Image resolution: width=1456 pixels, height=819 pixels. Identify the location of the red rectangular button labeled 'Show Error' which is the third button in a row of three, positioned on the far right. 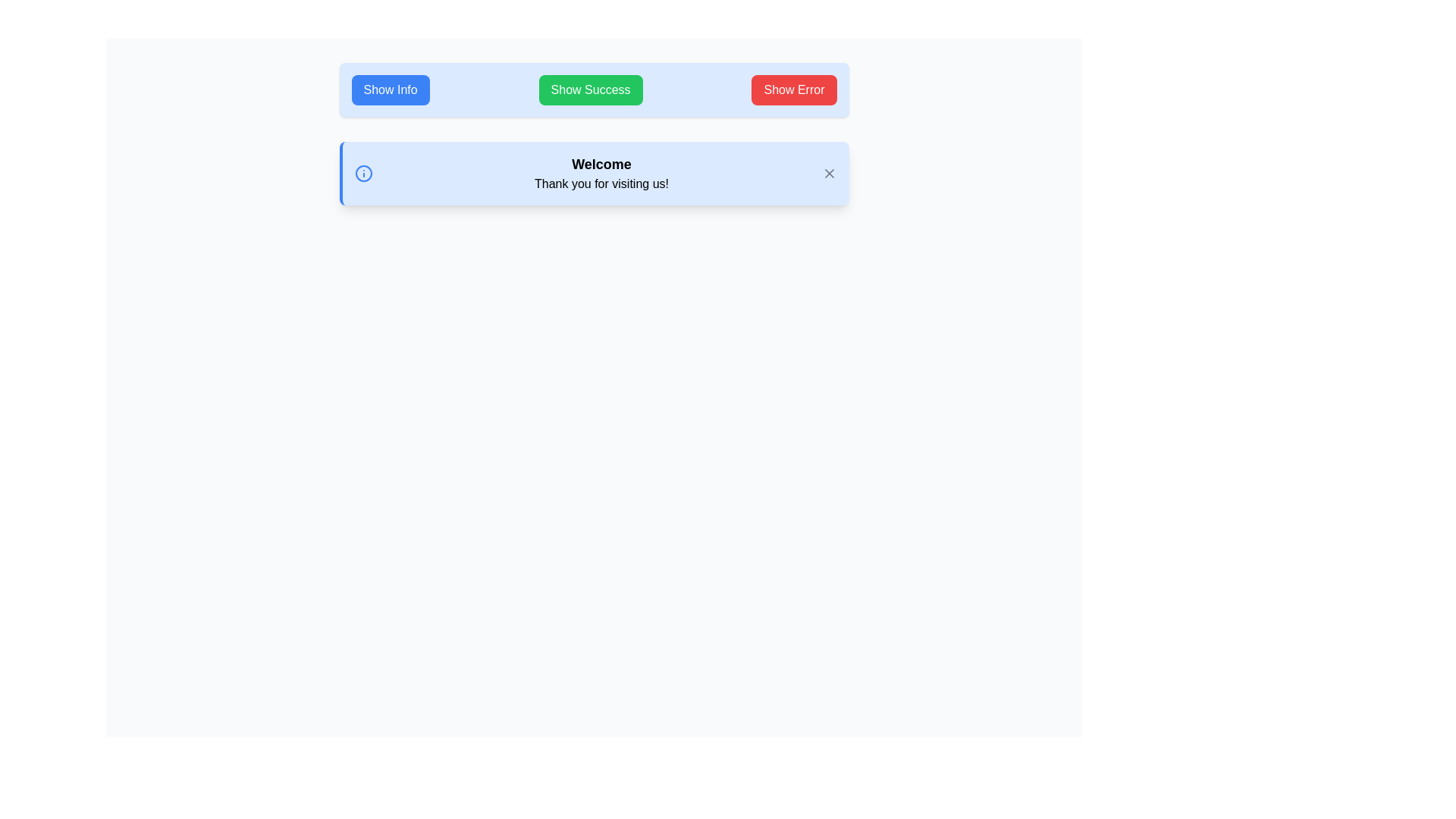
(793, 90).